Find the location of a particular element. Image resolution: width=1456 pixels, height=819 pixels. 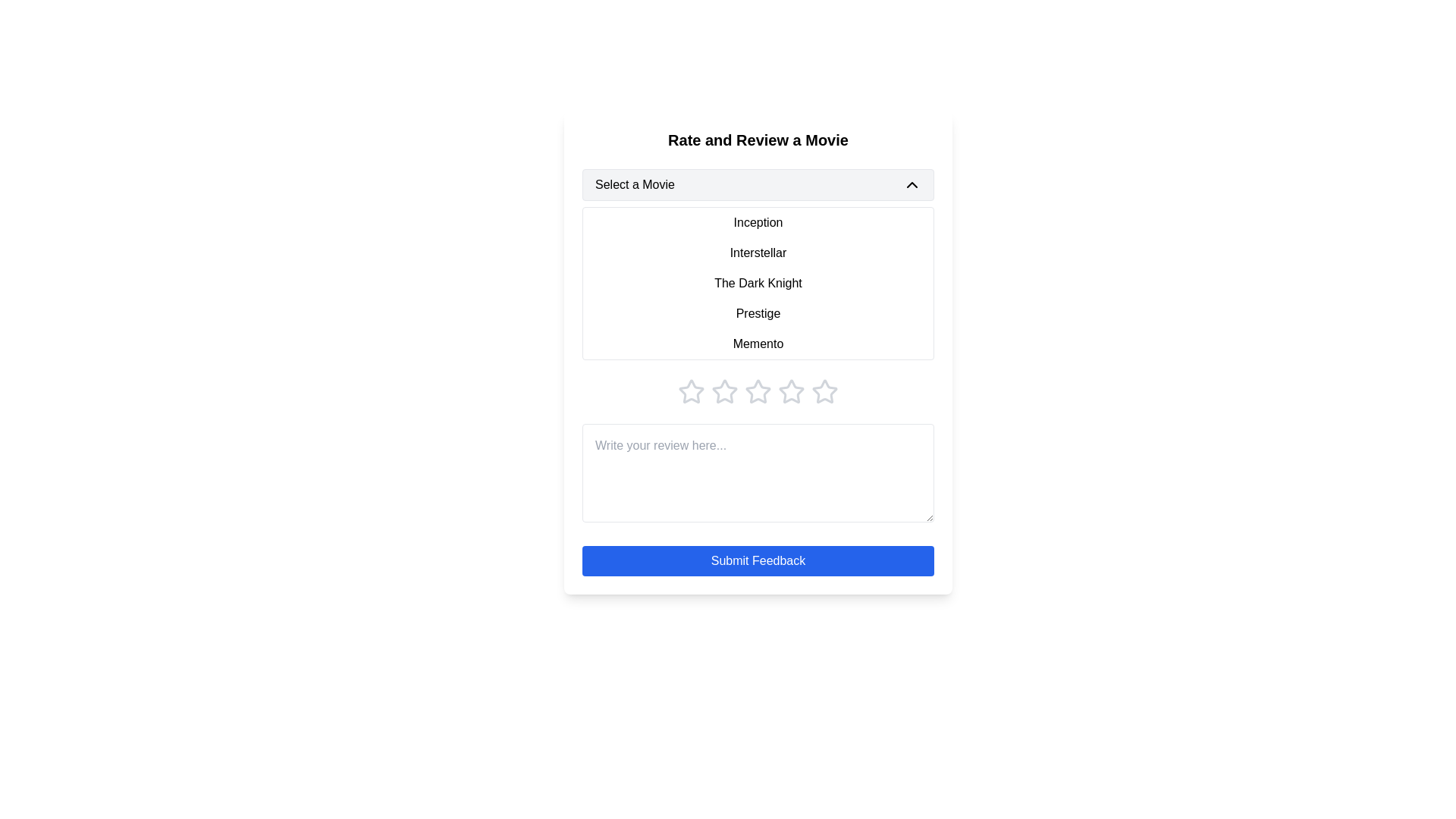

the star icon for rating is located at coordinates (691, 391).